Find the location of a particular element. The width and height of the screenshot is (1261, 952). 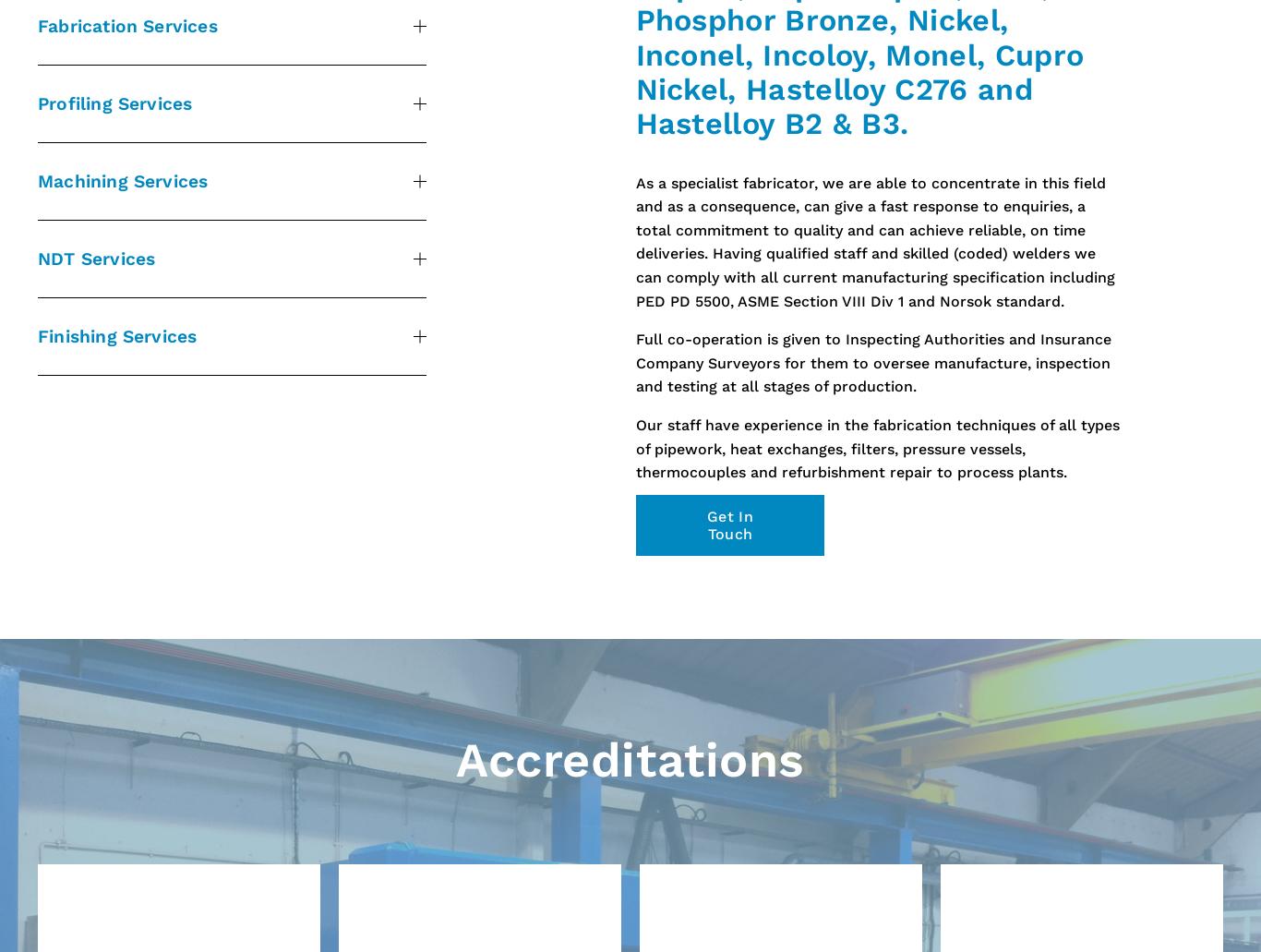

'Machining Services' is located at coordinates (121, 179).